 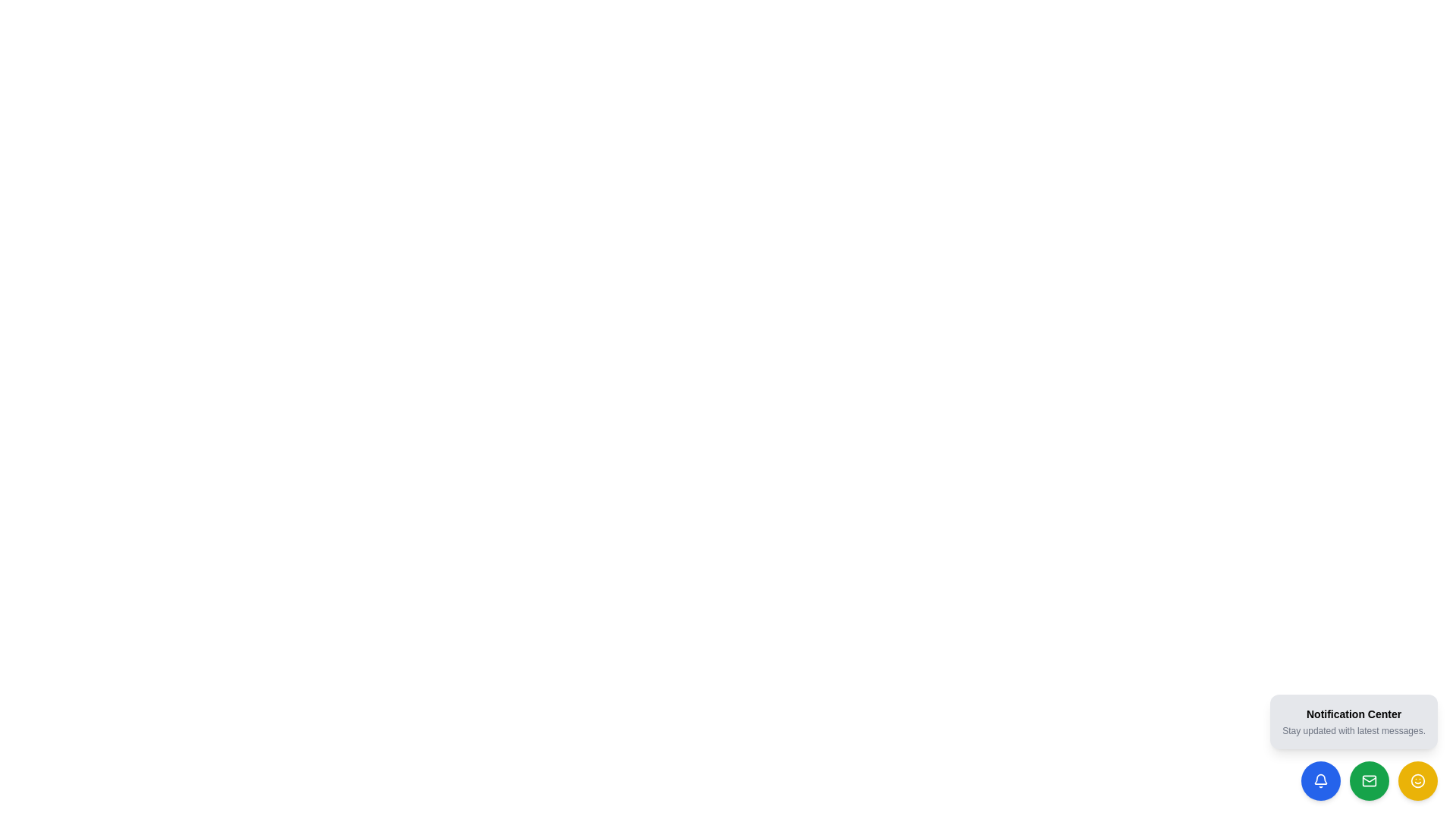 I want to click on the circular button with a yellow background and a smiling face icon, so click(x=1417, y=780).